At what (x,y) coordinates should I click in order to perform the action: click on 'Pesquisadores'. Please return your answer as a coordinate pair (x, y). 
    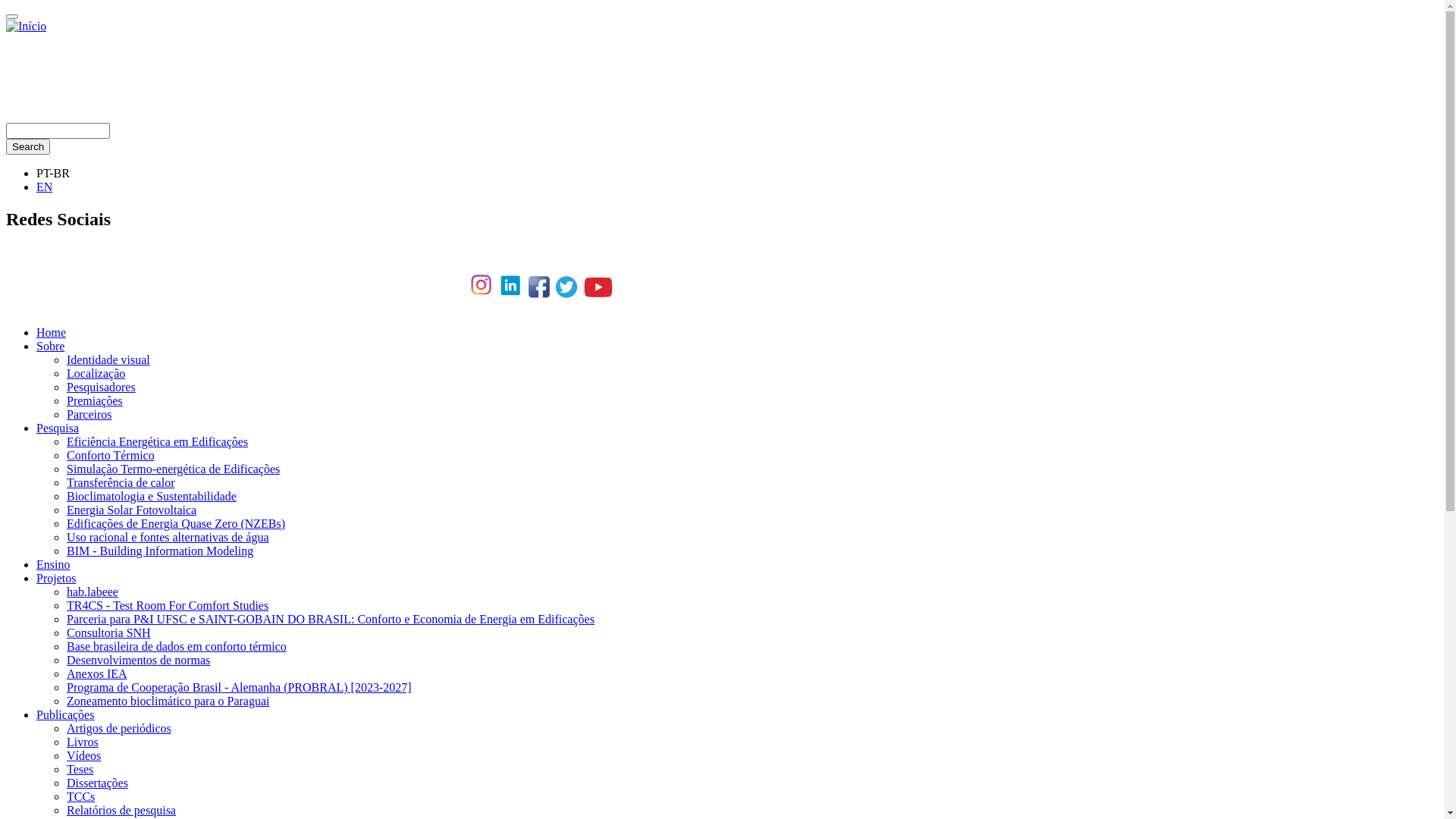
    Looking at the image, I should click on (100, 386).